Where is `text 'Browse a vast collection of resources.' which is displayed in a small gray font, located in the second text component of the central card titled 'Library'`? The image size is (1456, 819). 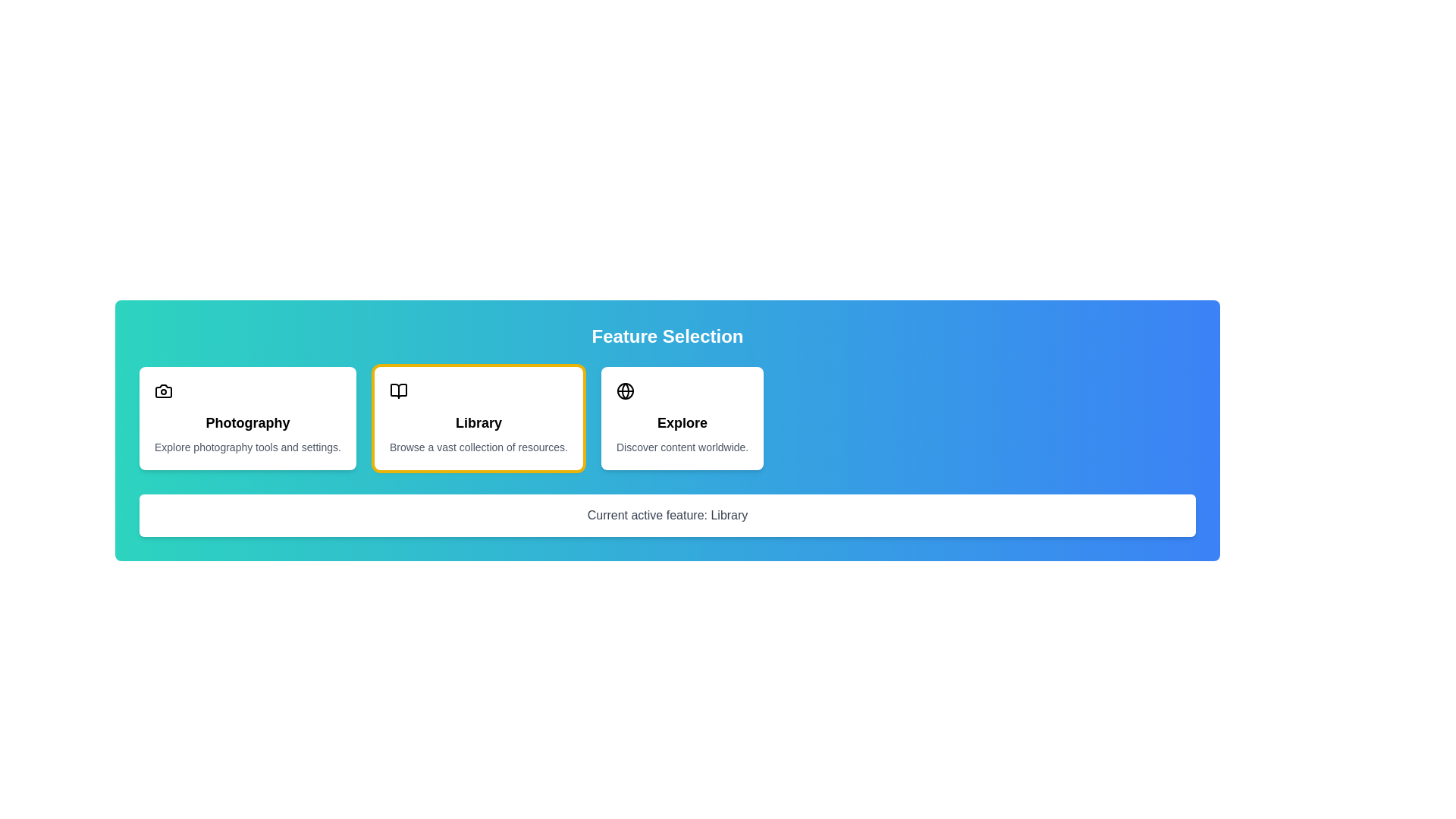
text 'Browse a vast collection of resources.' which is displayed in a small gray font, located in the second text component of the central card titled 'Library' is located at coordinates (478, 447).